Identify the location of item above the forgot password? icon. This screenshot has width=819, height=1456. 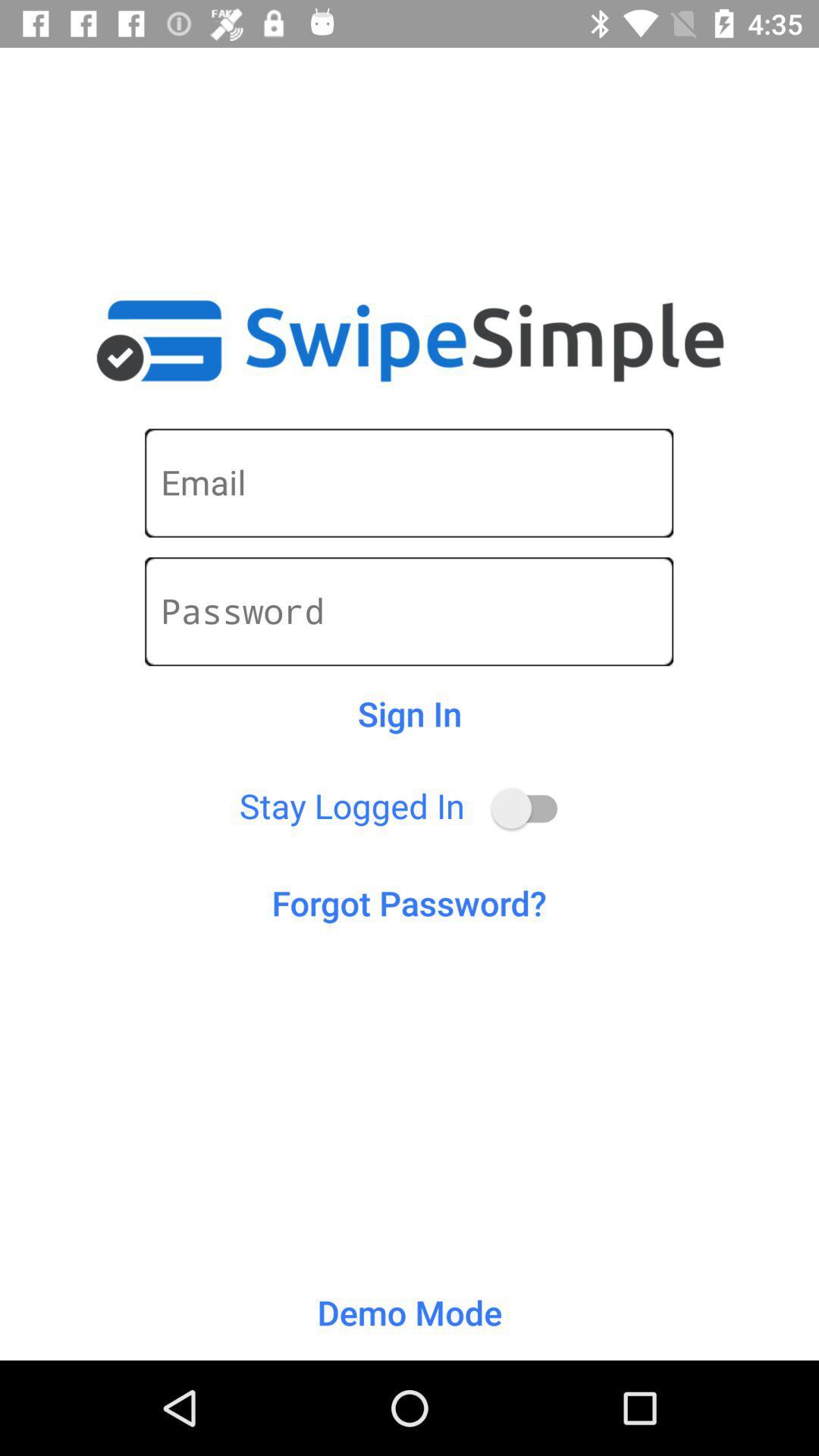
(531, 808).